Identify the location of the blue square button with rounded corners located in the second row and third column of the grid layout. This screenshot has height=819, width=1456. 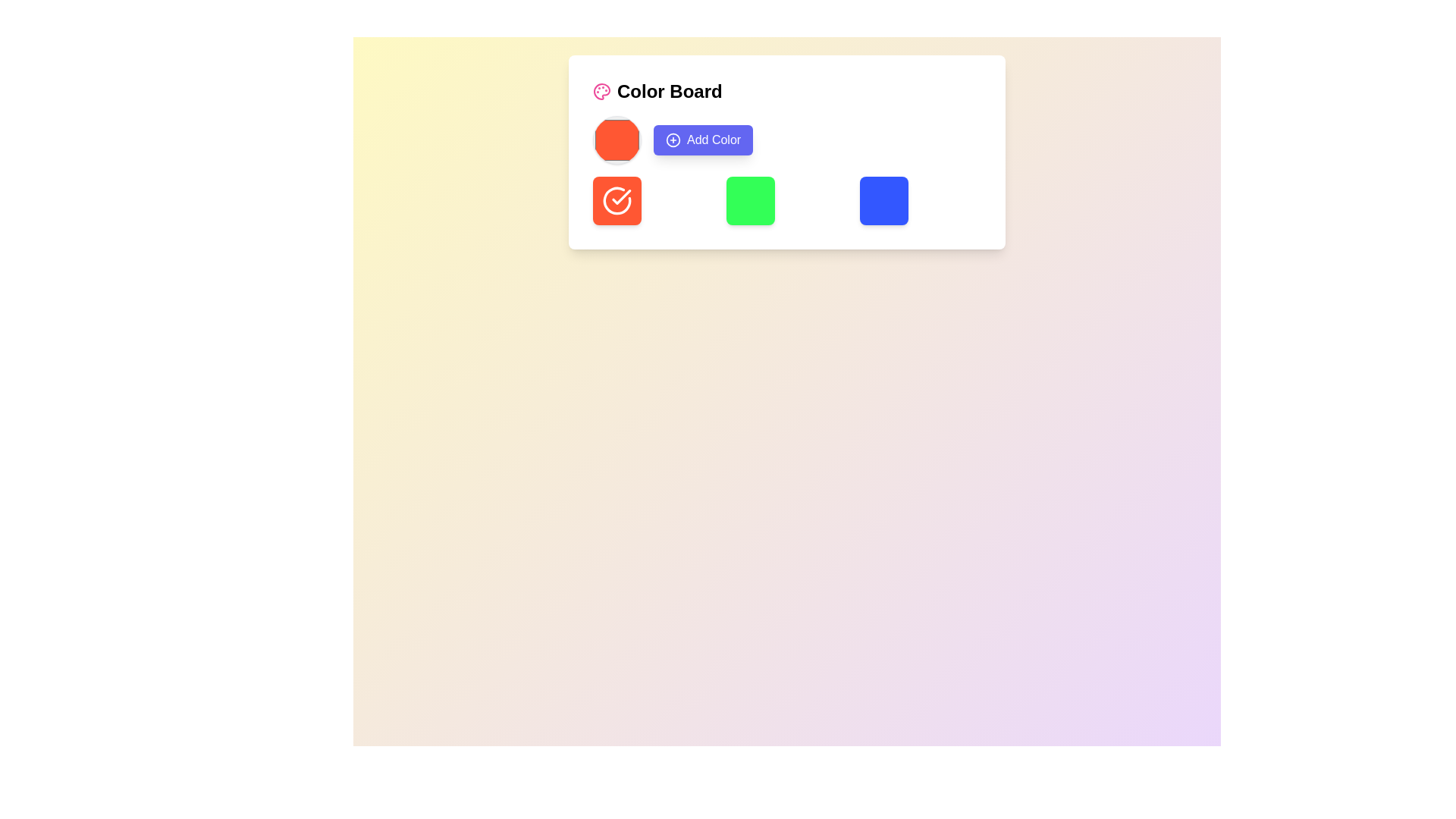
(884, 200).